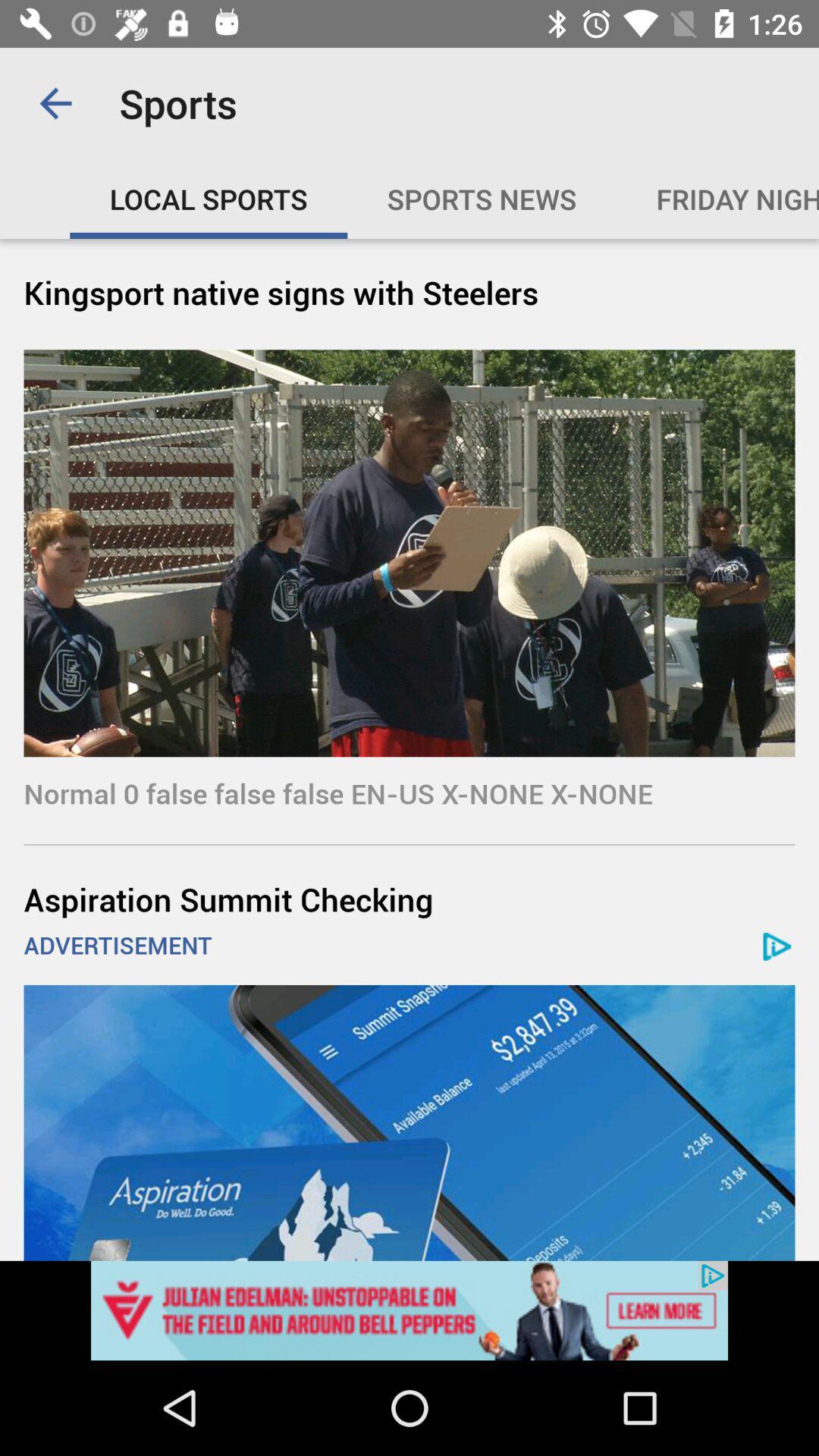 The height and width of the screenshot is (1456, 819). Describe the element at coordinates (409, 1310) in the screenshot. I see `news weather and sports in an instant` at that location.